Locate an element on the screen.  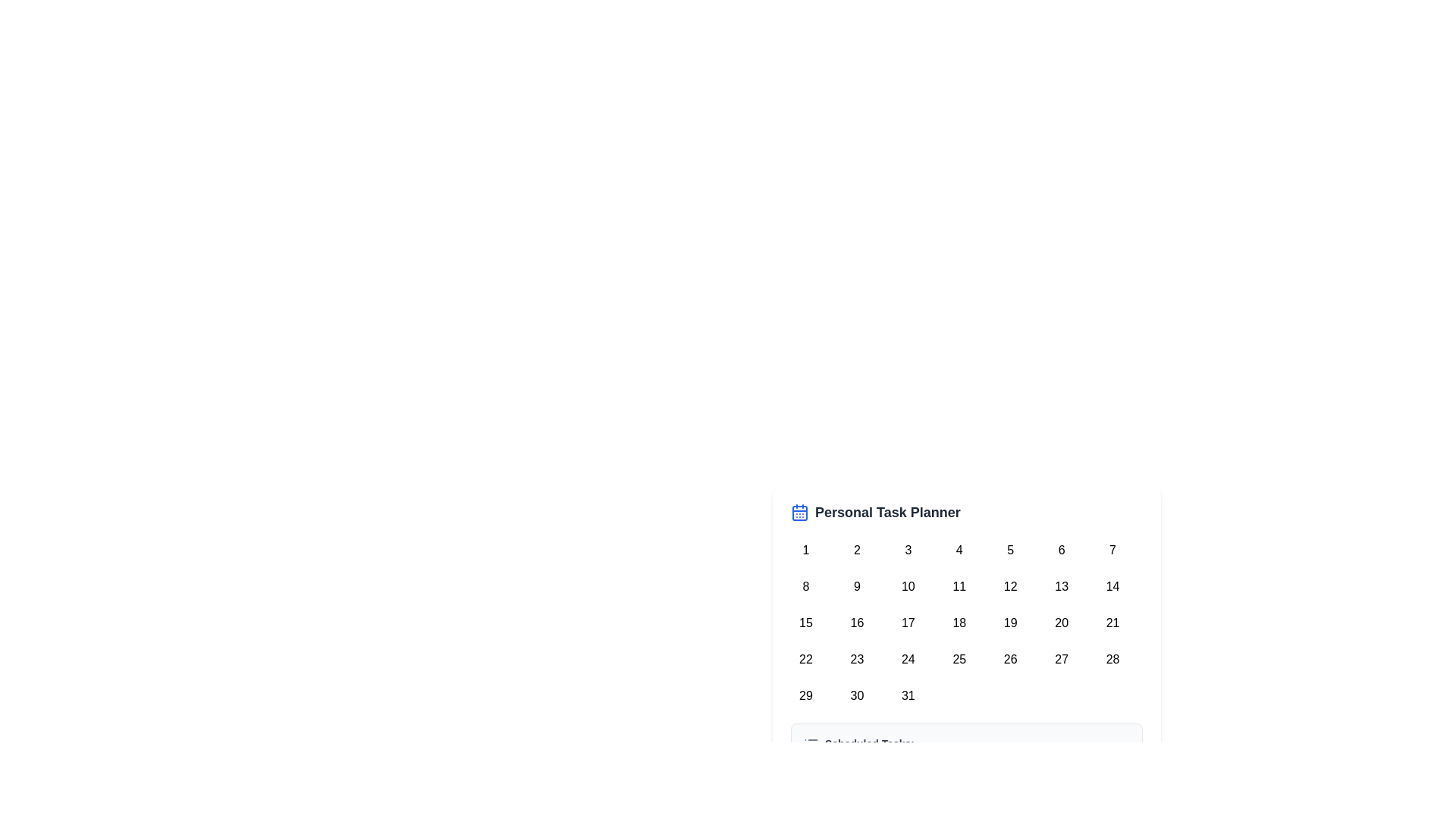
the button representing the date '17' in the Personal Task Planner calendar is located at coordinates (908, 623).